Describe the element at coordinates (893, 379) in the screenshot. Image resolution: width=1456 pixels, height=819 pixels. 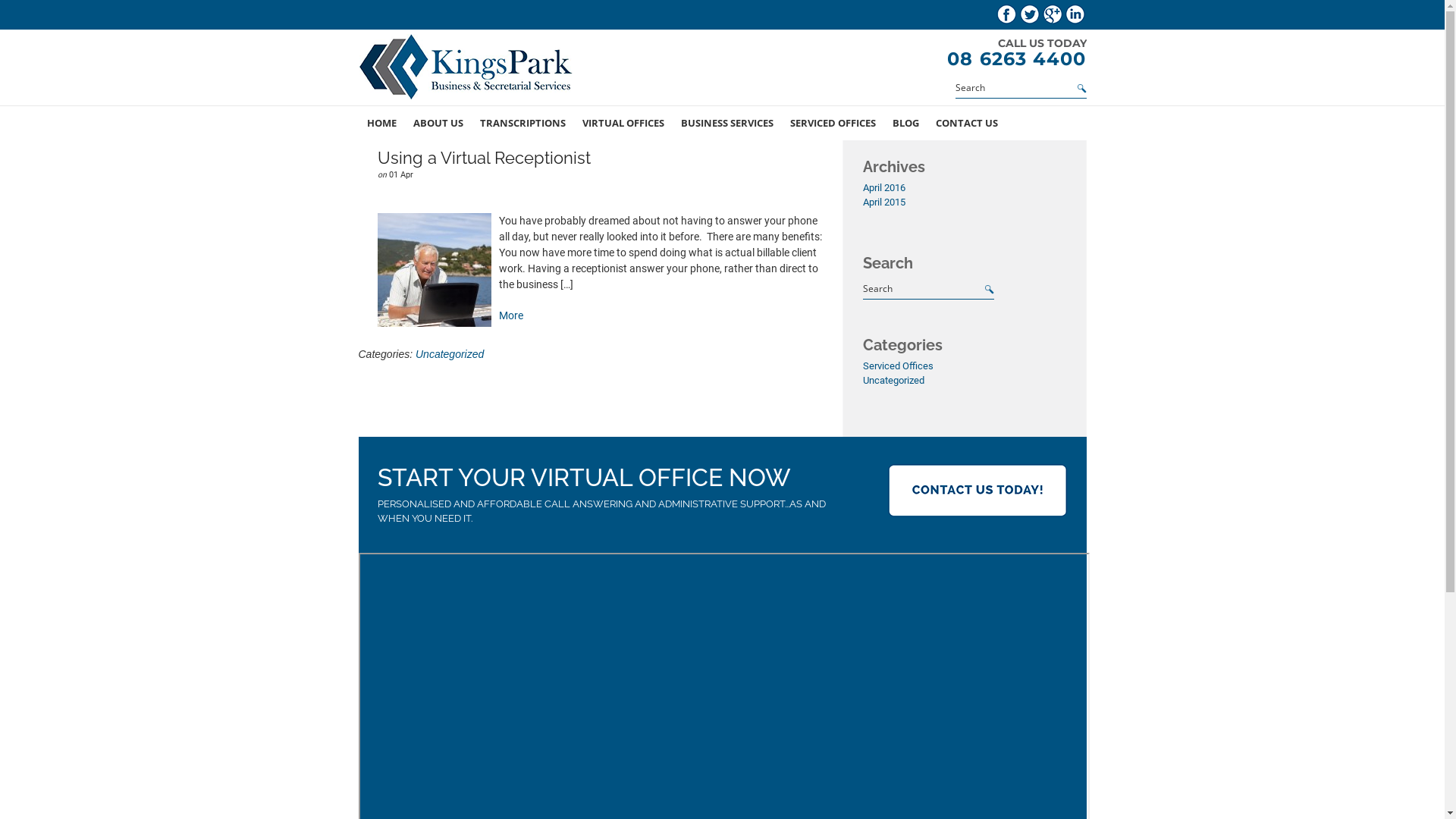
I see `'Uncategorized'` at that location.